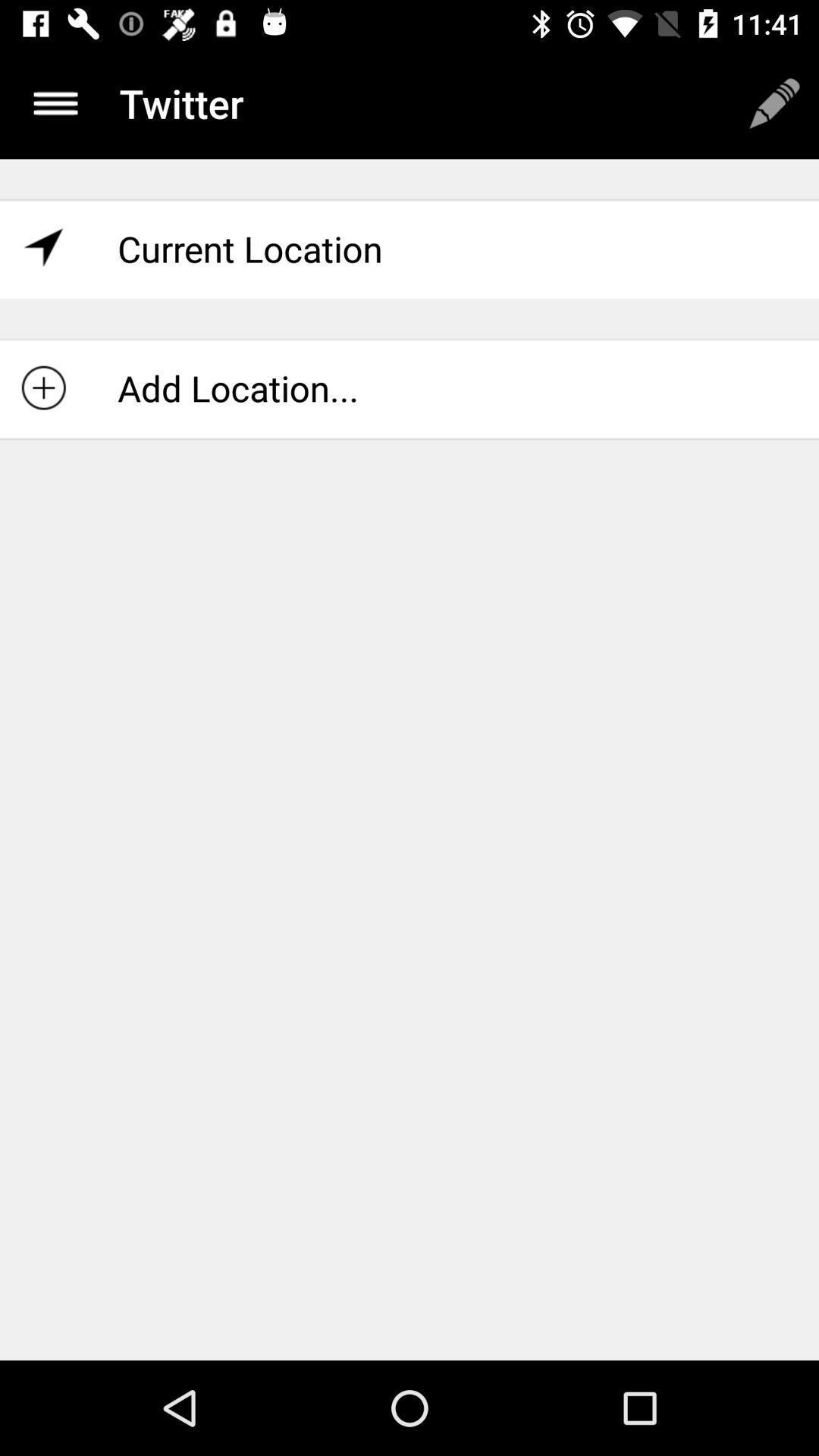 This screenshot has height=1456, width=819. What do you see at coordinates (774, 102) in the screenshot?
I see `edit option` at bounding box center [774, 102].